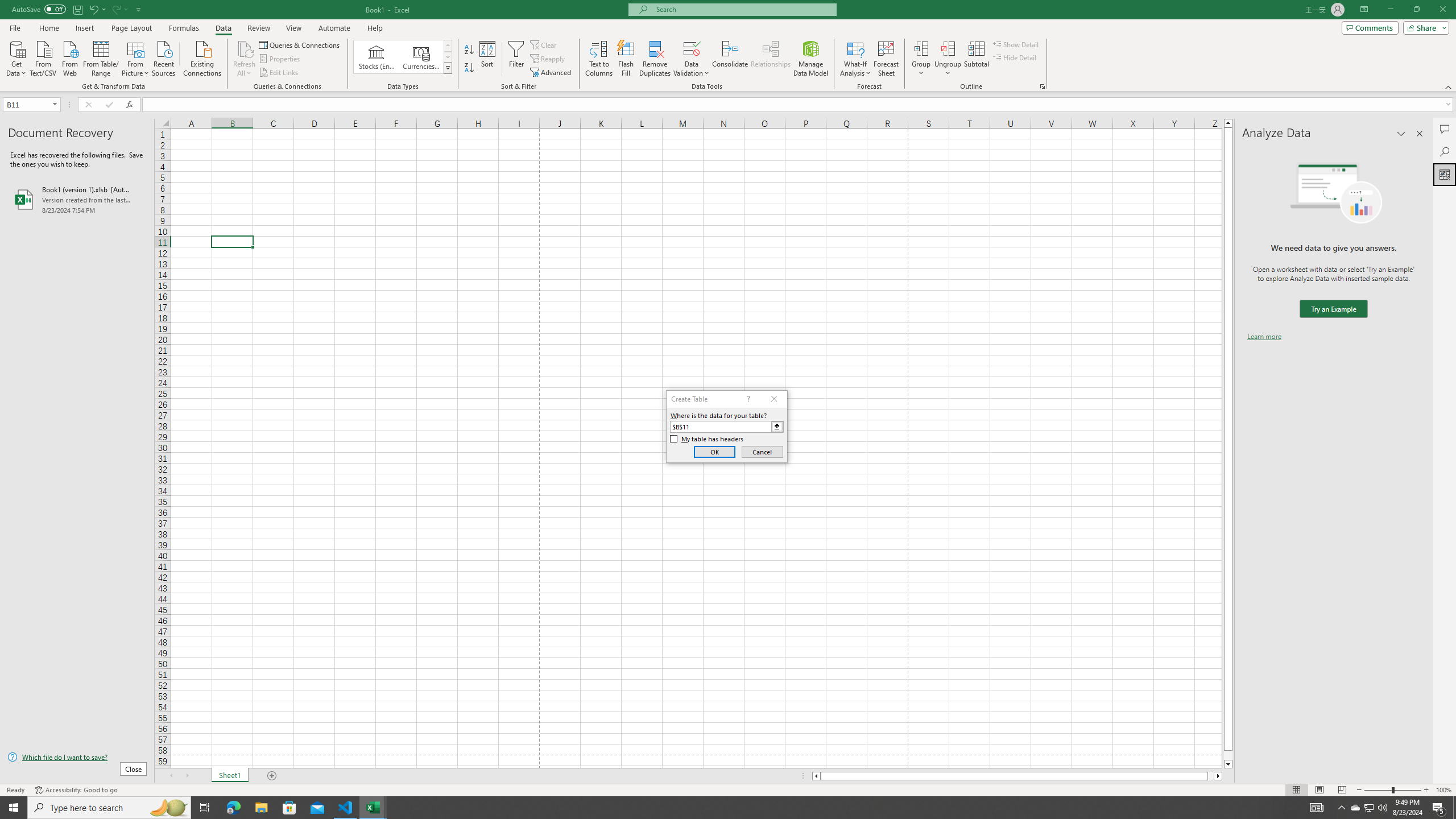 The height and width of the screenshot is (819, 1456). I want to click on 'Row up', so click(448, 45).